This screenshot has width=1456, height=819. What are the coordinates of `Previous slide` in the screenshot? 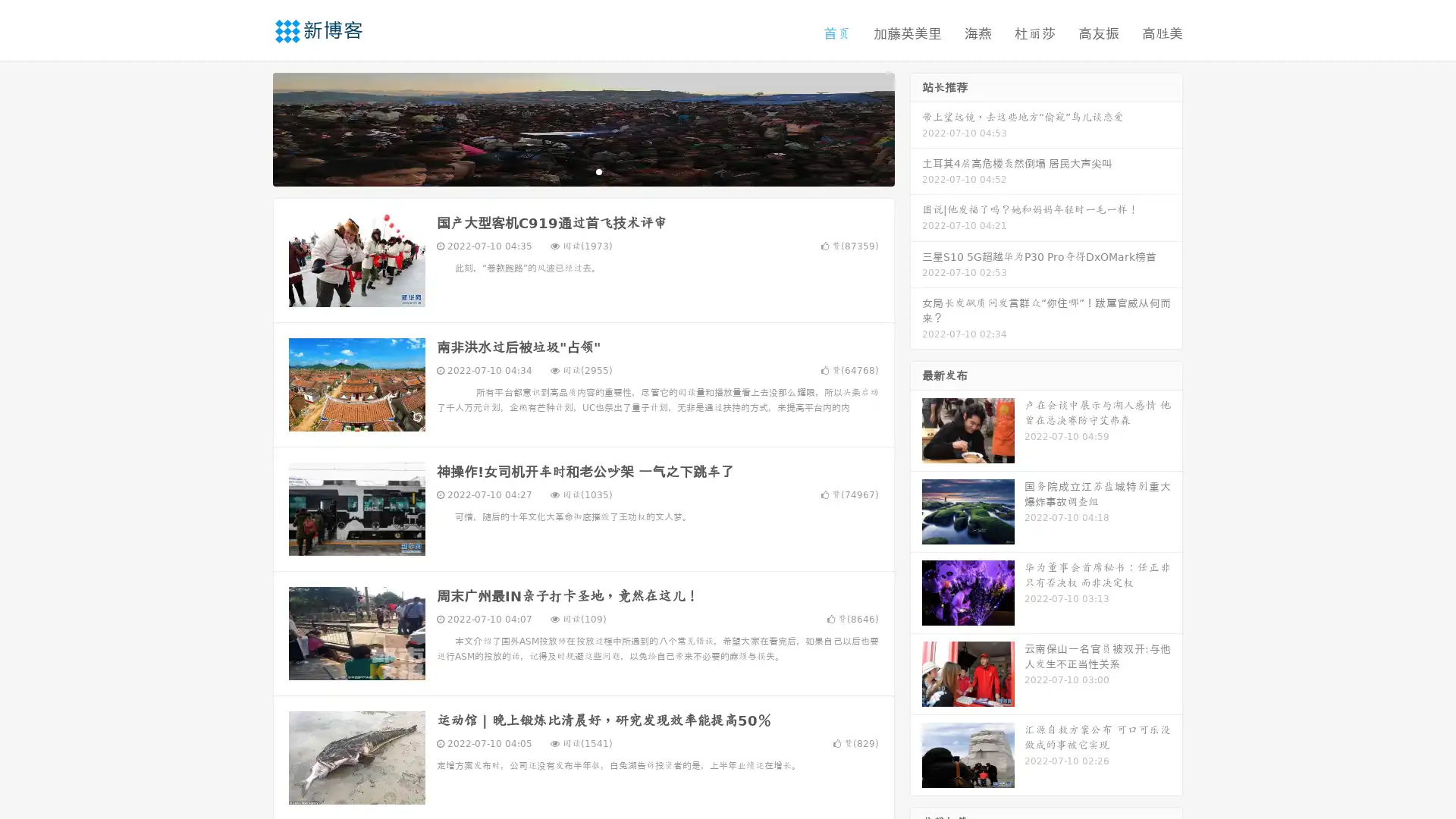 It's located at (250, 127).